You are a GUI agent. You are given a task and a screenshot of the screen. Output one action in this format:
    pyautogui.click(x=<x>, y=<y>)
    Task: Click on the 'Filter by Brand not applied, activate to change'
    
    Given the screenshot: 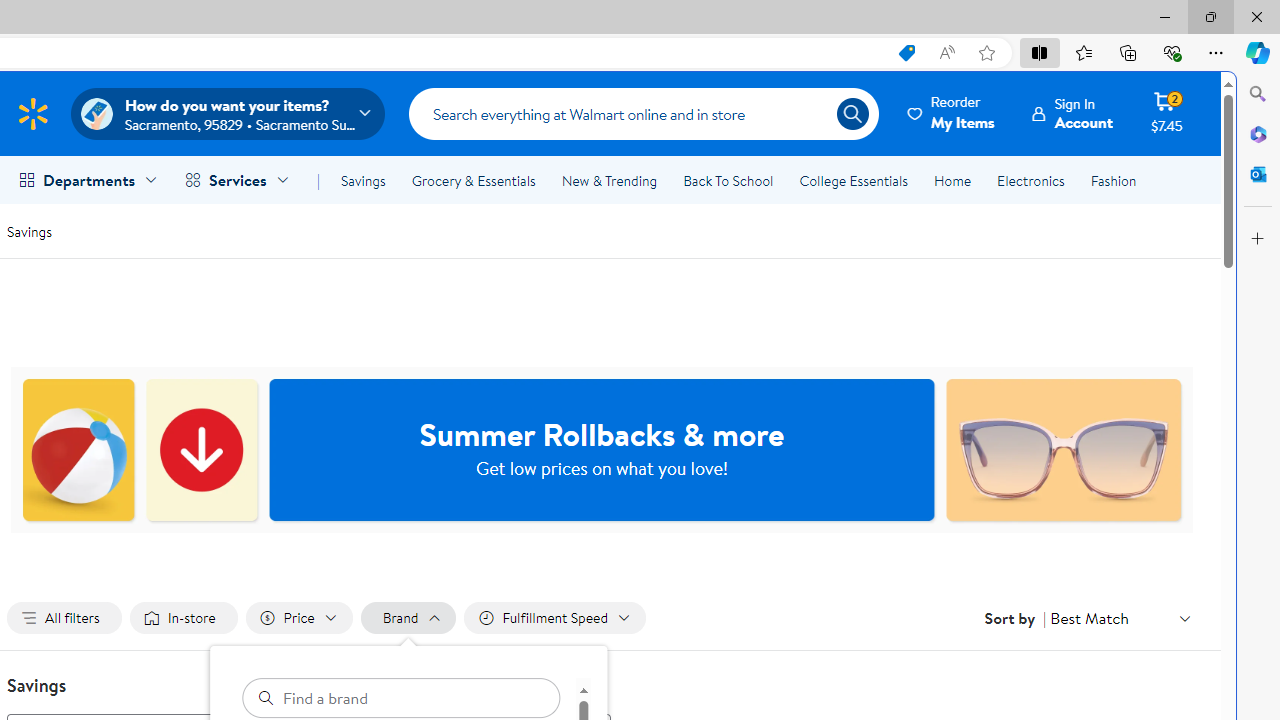 What is the action you would take?
    pyautogui.click(x=407, y=617)
    